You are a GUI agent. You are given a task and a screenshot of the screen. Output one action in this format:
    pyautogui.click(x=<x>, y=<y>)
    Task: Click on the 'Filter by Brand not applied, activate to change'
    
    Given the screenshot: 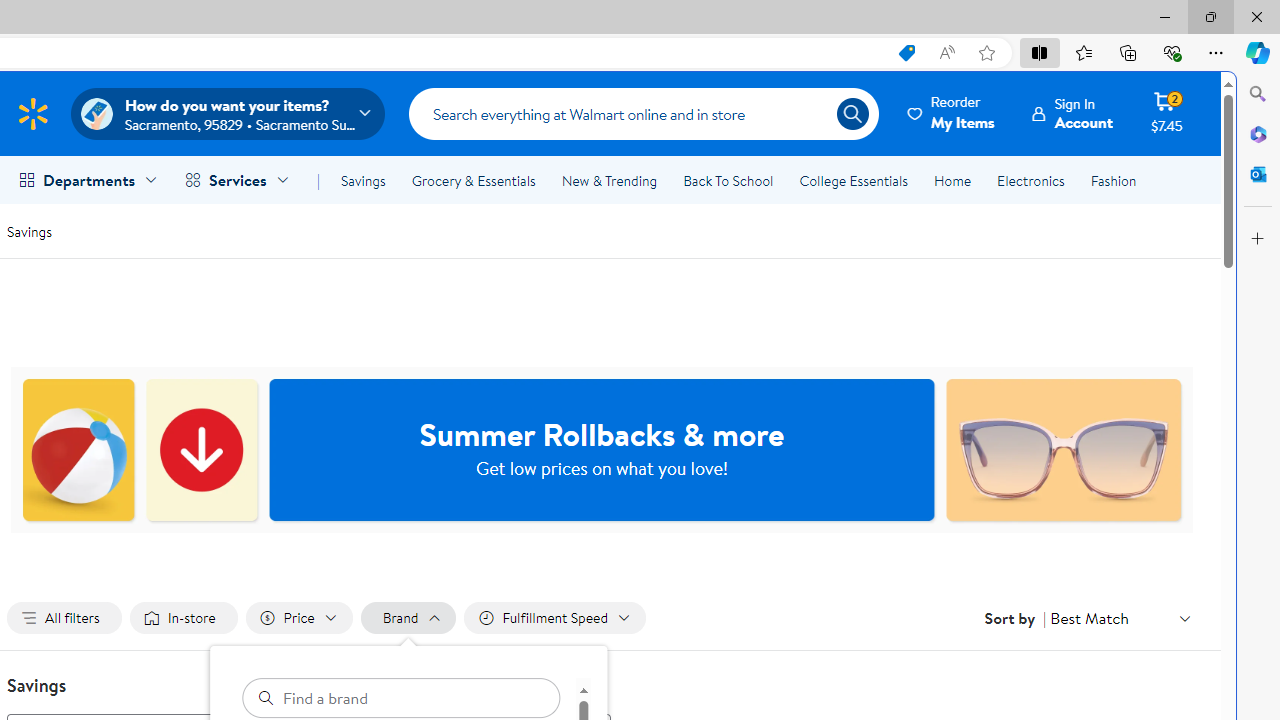 What is the action you would take?
    pyautogui.click(x=407, y=617)
    